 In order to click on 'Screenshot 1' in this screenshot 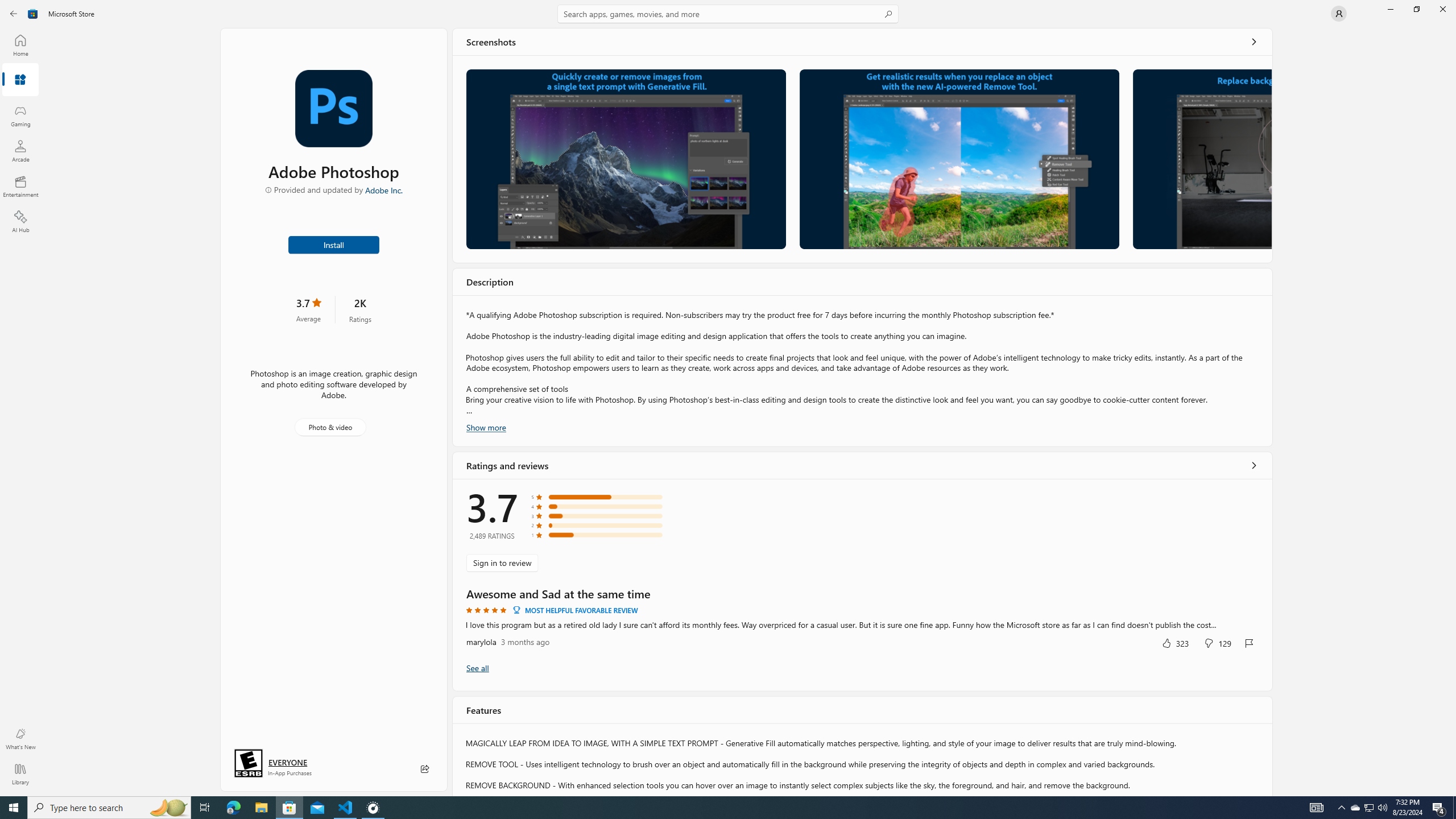, I will do `click(626, 159)`.